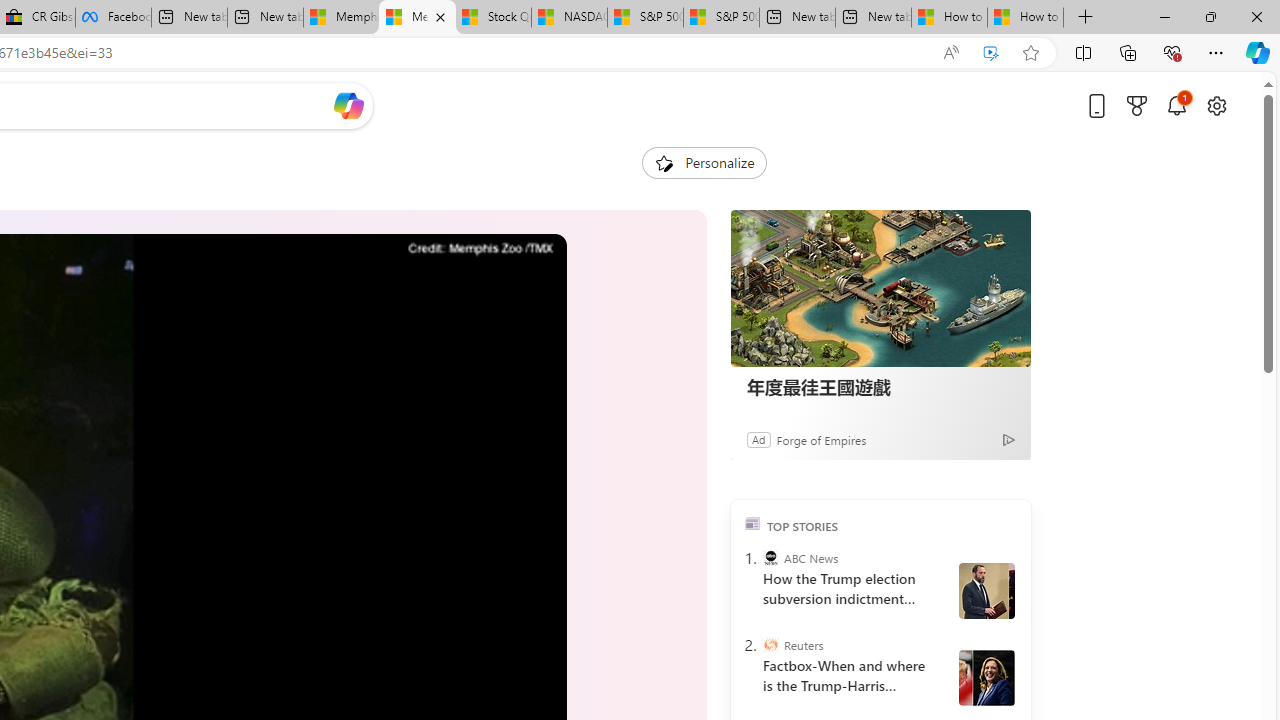 The image size is (1280, 720). What do you see at coordinates (1176, 105) in the screenshot?
I see `'Notifications'` at bounding box center [1176, 105].